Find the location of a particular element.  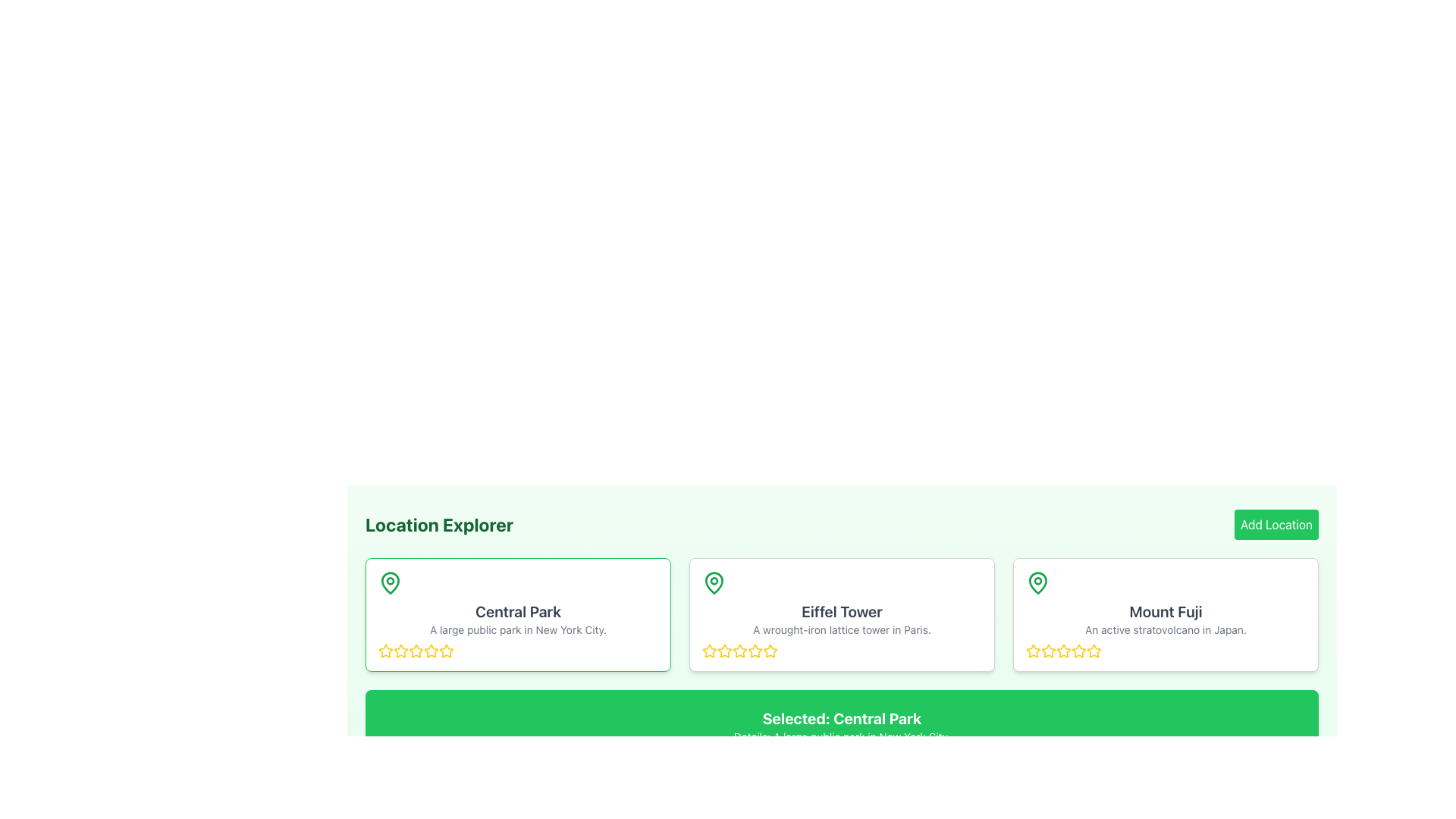

the yellow star icon representing the first rating in the 'Location Explorer' section for 'Central Park' is located at coordinates (385, 650).